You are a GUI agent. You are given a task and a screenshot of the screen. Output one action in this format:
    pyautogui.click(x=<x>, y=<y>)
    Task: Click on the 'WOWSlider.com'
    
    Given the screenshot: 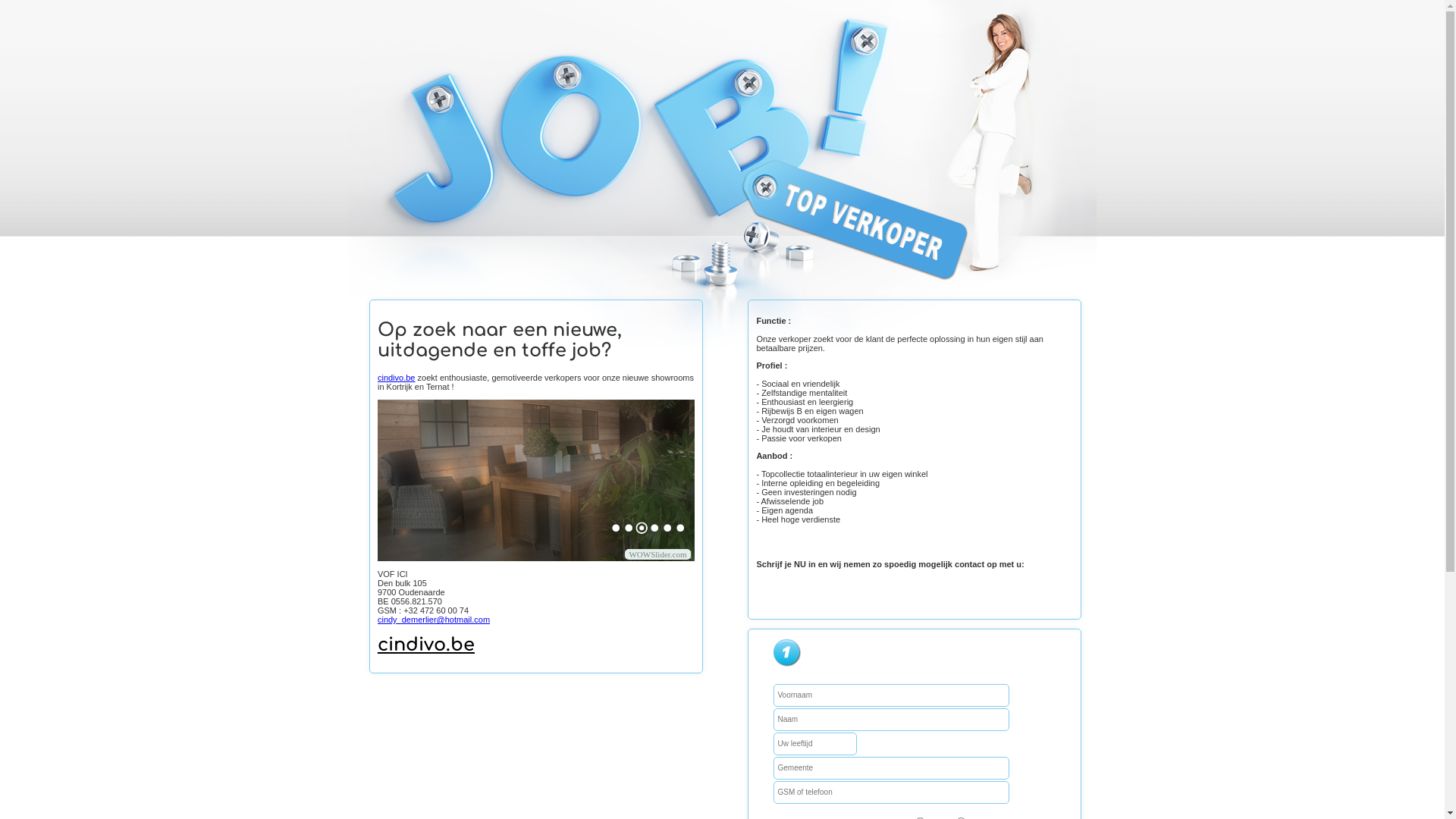 What is the action you would take?
    pyautogui.click(x=657, y=554)
    